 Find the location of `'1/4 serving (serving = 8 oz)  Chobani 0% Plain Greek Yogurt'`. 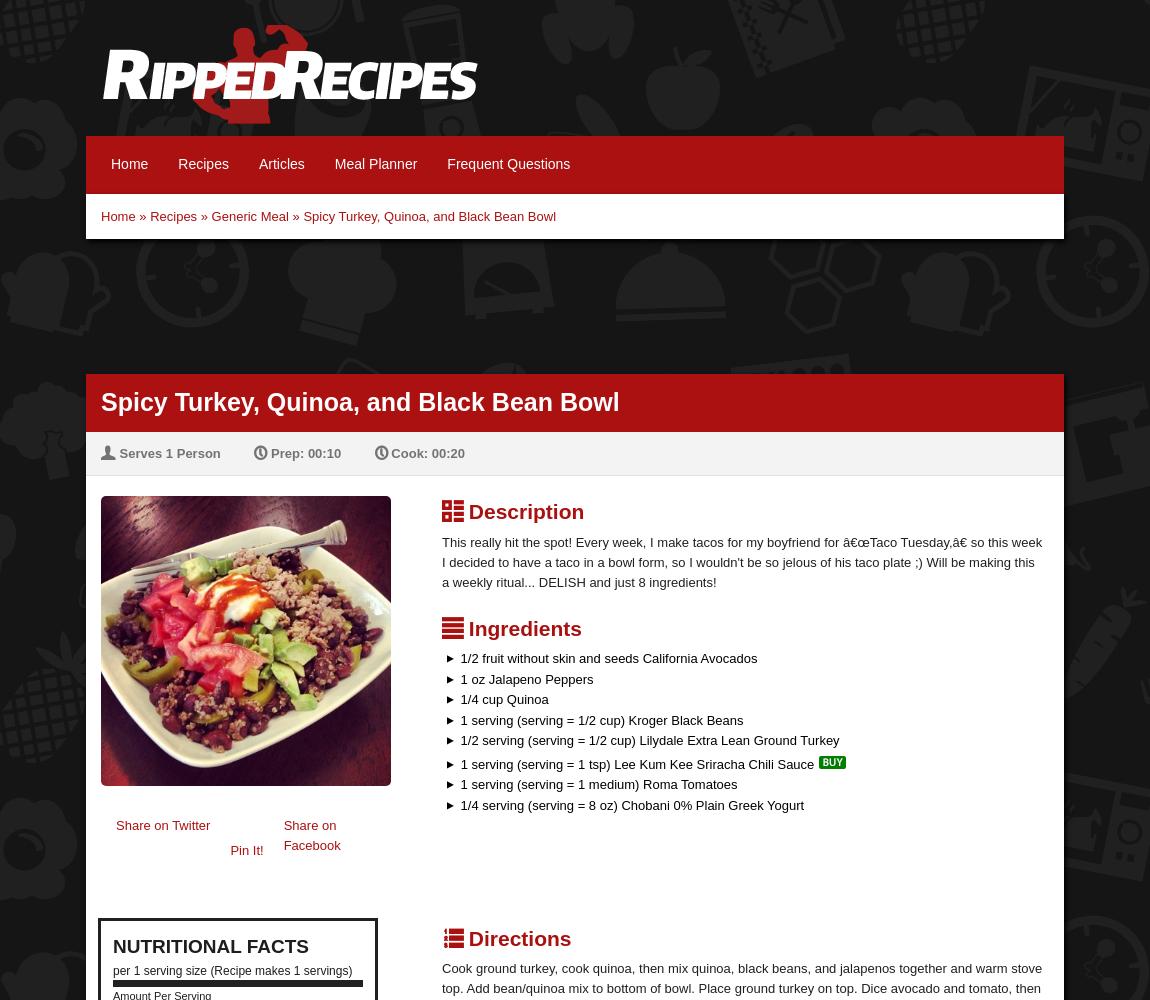

'1/4 serving (serving = 8 oz)  Chobani 0% Plain Greek Yogurt' is located at coordinates (629, 804).